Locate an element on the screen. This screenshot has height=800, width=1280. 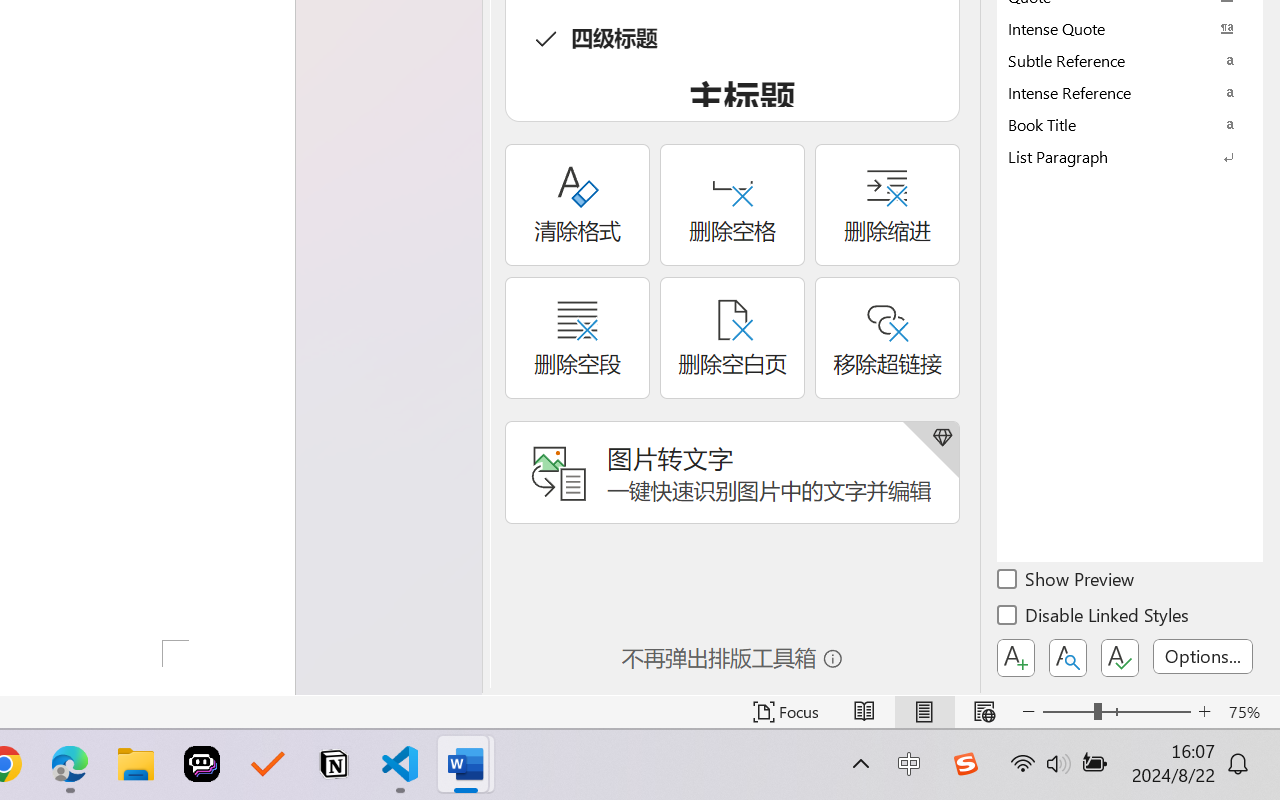
'Zoom In' is located at coordinates (1204, 711).